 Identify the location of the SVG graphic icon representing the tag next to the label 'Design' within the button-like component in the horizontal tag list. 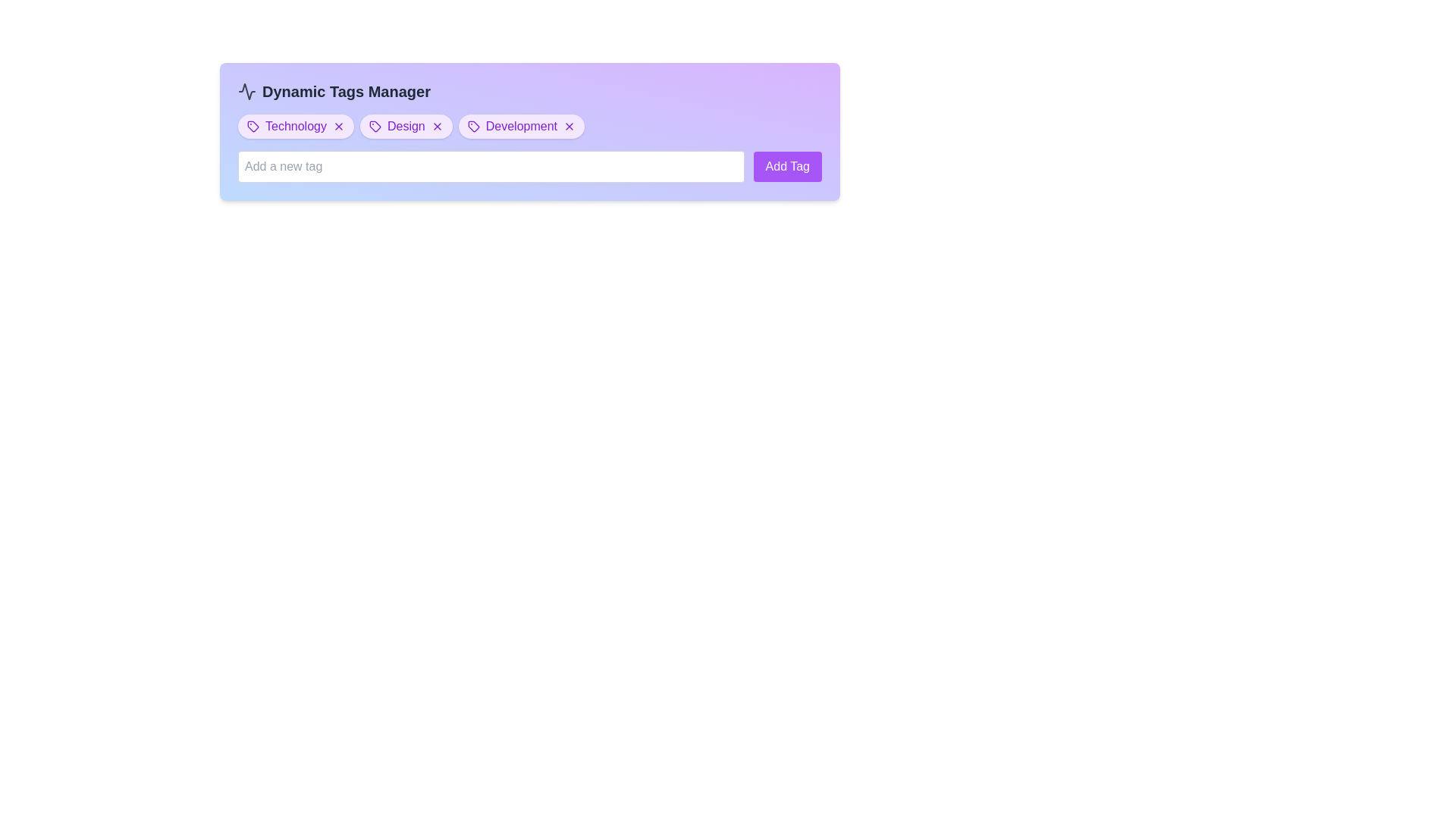
(375, 125).